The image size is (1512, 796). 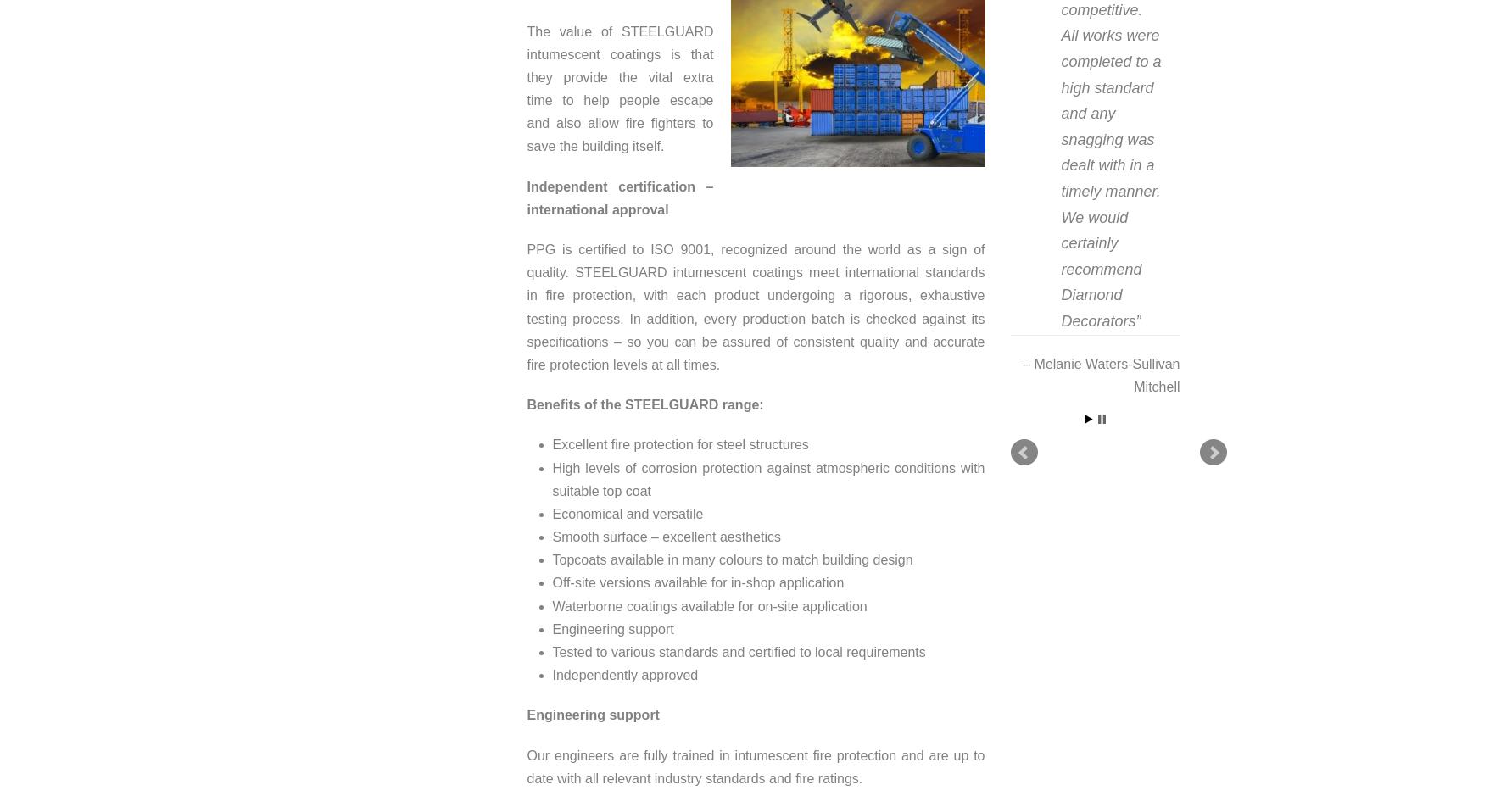 What do you see at coordinates (626, 513) in the screenshot?
I see `'Economical and versatile'` at bounding box center [626, 513].